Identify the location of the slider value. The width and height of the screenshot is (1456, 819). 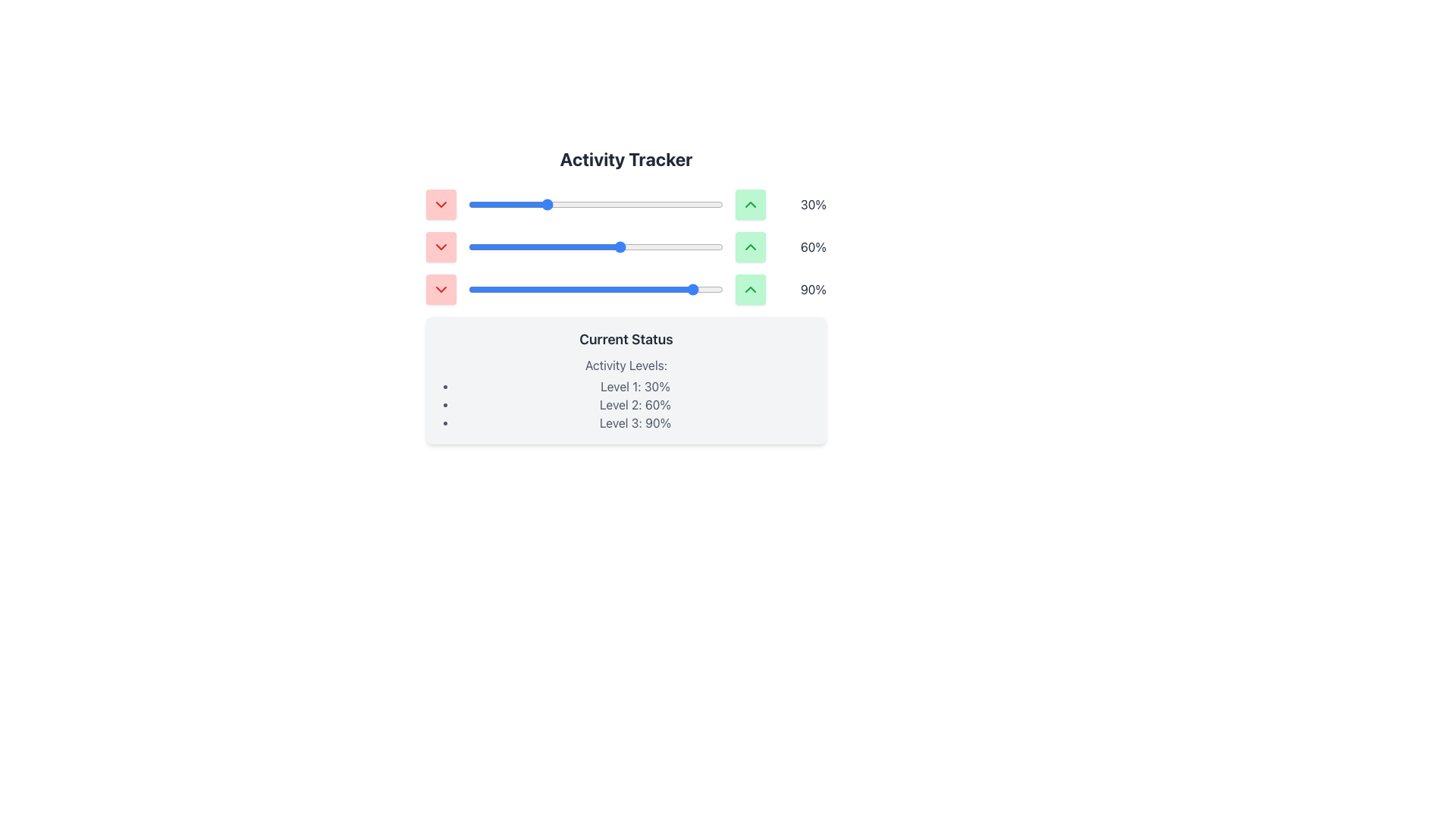
(647, 289).